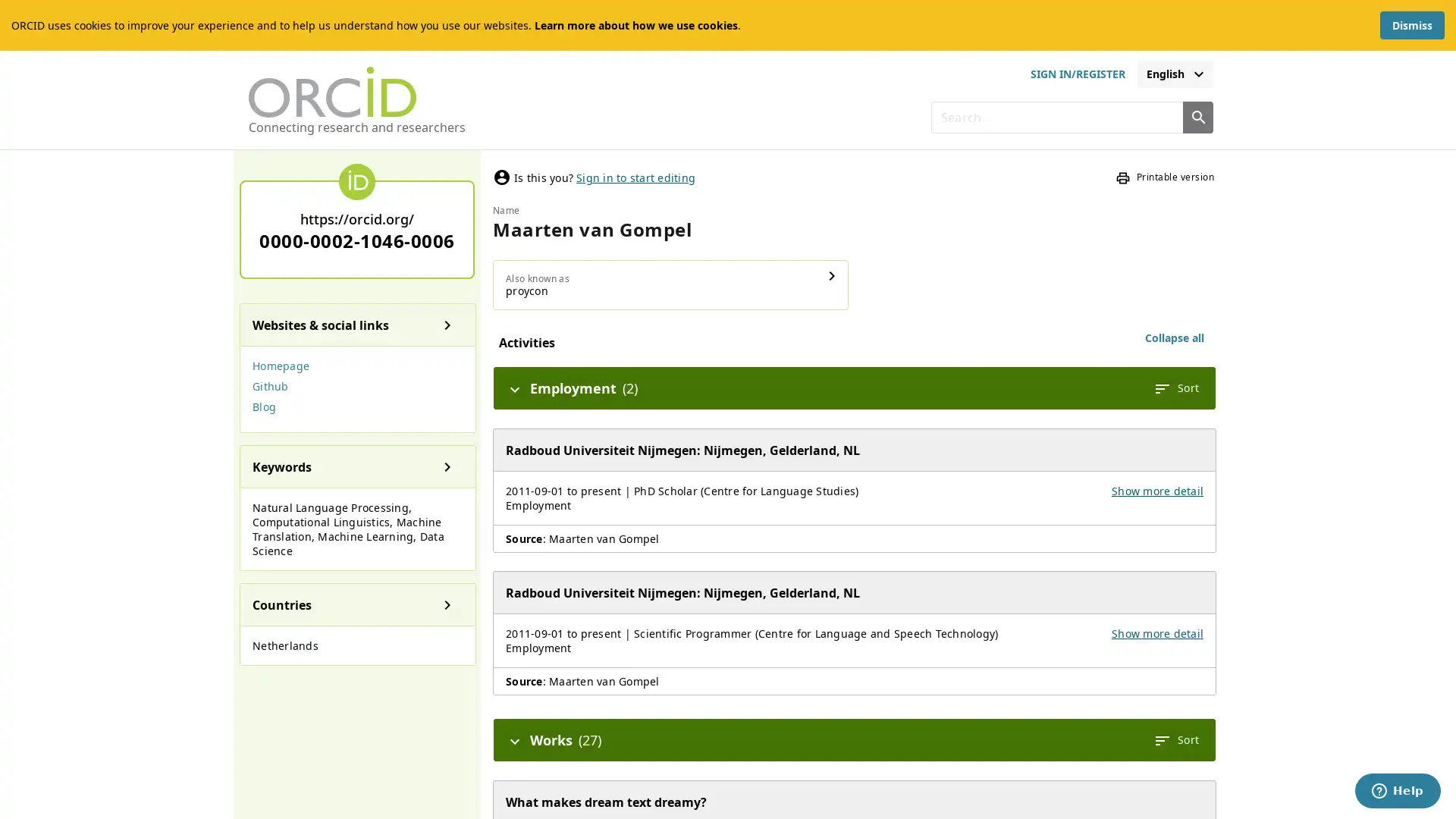 The height and width of the screenshot is (819, 1456). What do you see at coordinates (1411, 25) in the screenshot?
I see `Dismiss` at bounding box center [1411, 25].